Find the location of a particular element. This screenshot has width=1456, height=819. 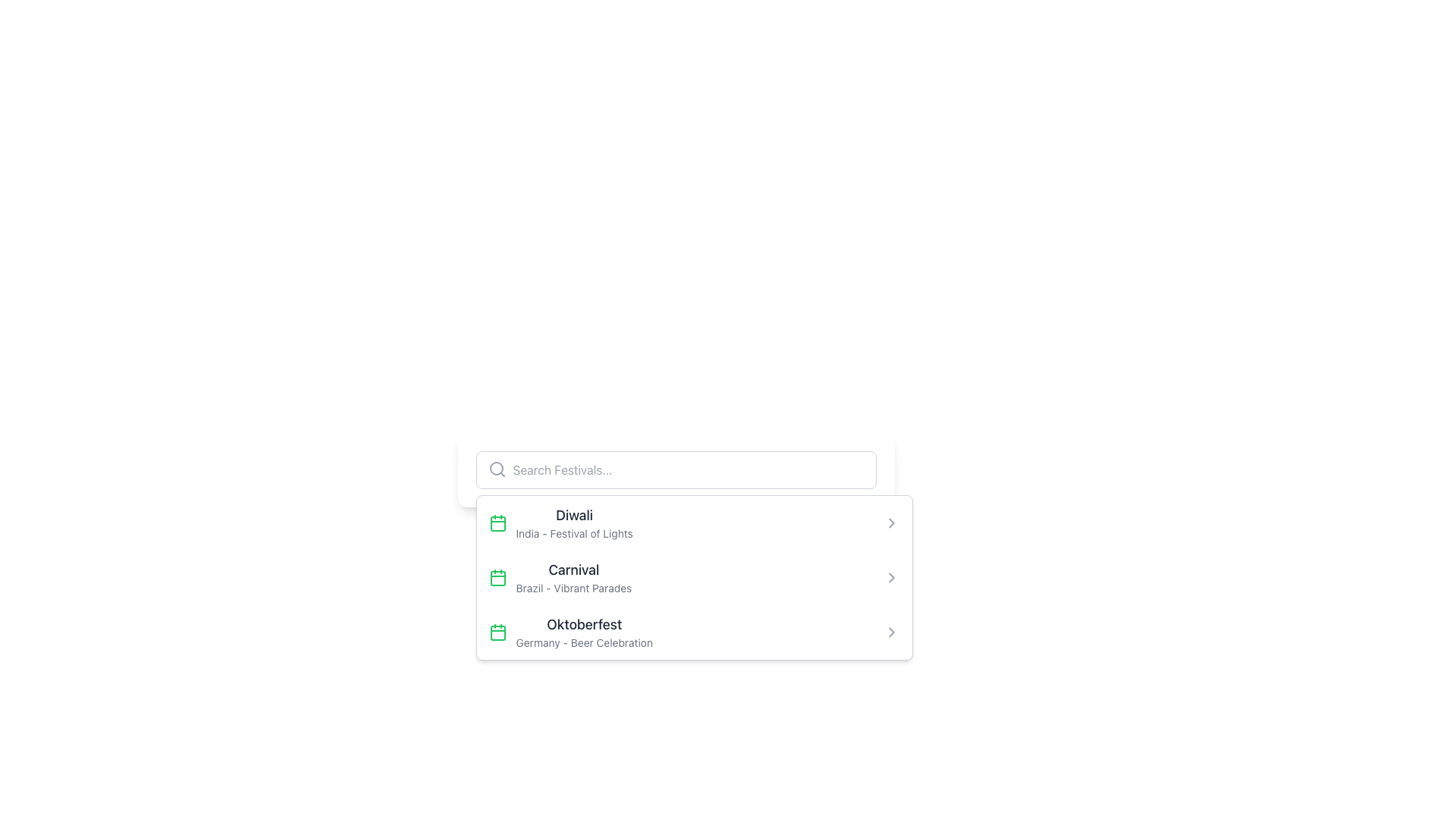

the right-pointing chevron SVG icon located next to the 'Oktoberfest Germany - Beer Celebration' text is located at coordinates (891, 632).